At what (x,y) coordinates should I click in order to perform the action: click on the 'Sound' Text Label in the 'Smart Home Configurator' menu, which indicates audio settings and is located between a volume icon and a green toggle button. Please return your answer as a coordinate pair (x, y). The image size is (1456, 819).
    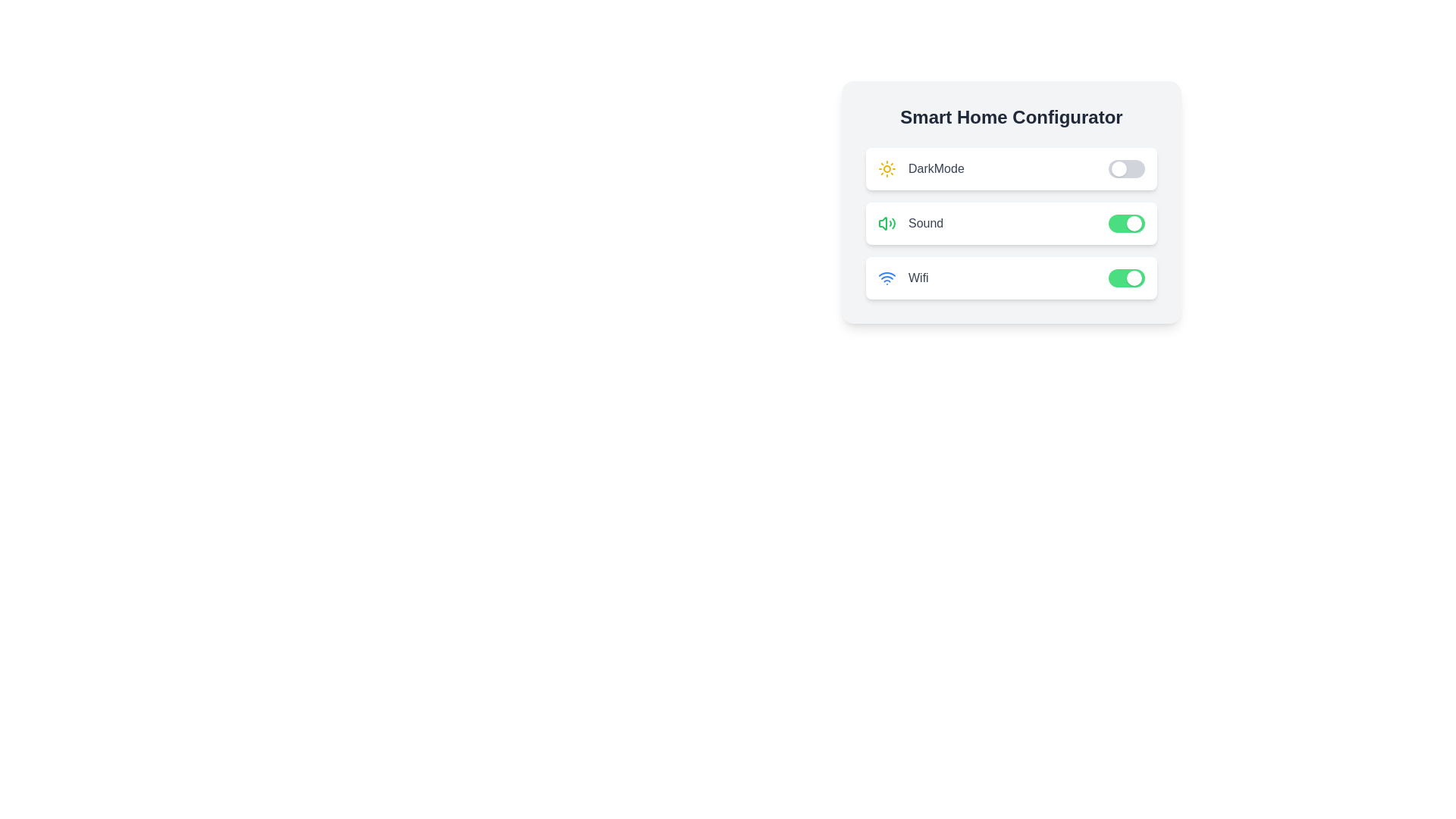
    Looking at the image, I should click on (925, 223).